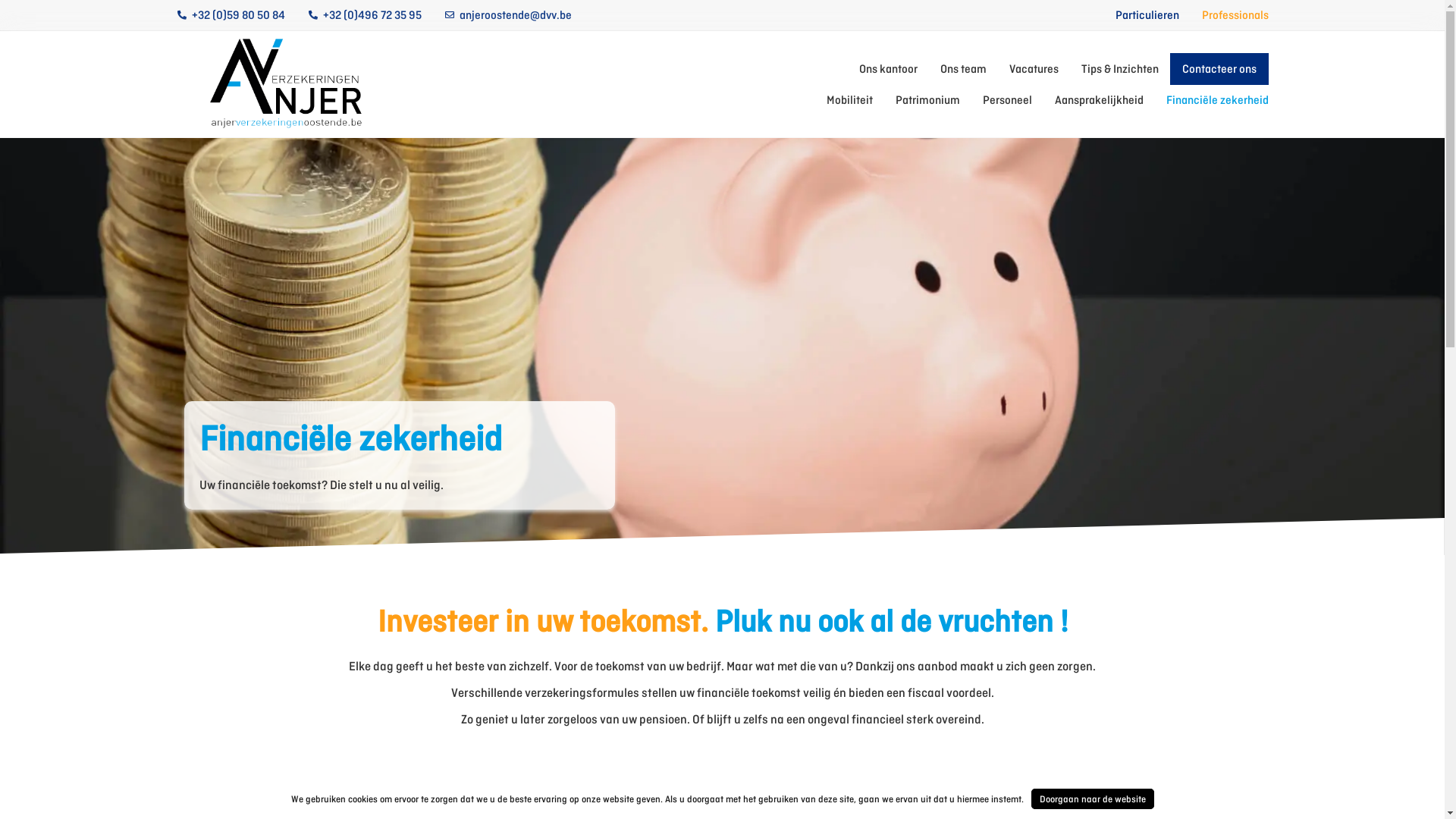 The height and width of the screenshot is (819, 1456). Describe the element at coordinates (962, 69) in the screenshot. I see `'Ons team'` at that location.